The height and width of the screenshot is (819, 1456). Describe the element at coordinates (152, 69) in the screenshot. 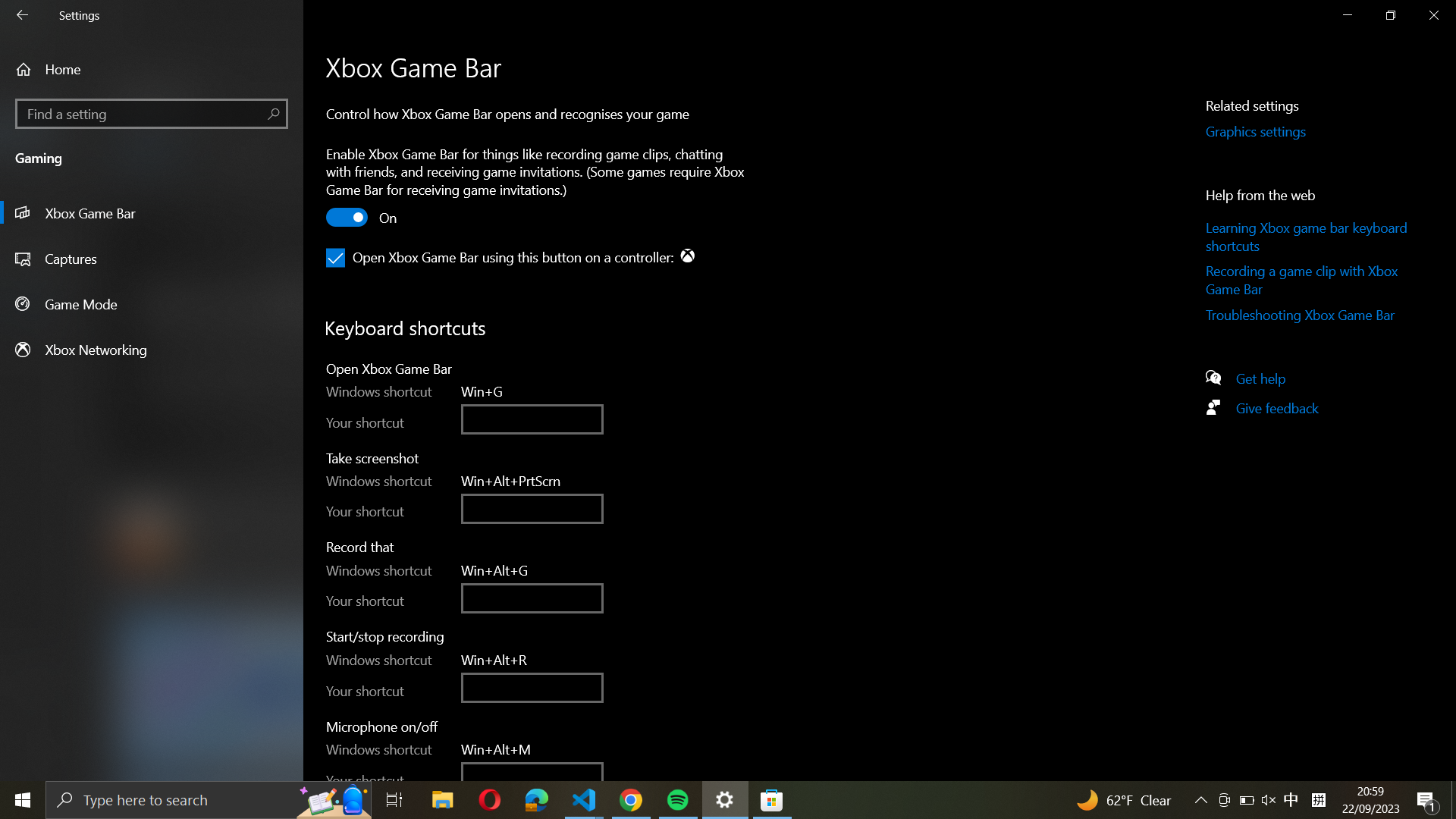

I see `the house-shaped icon to access Home page in settings` at that location.